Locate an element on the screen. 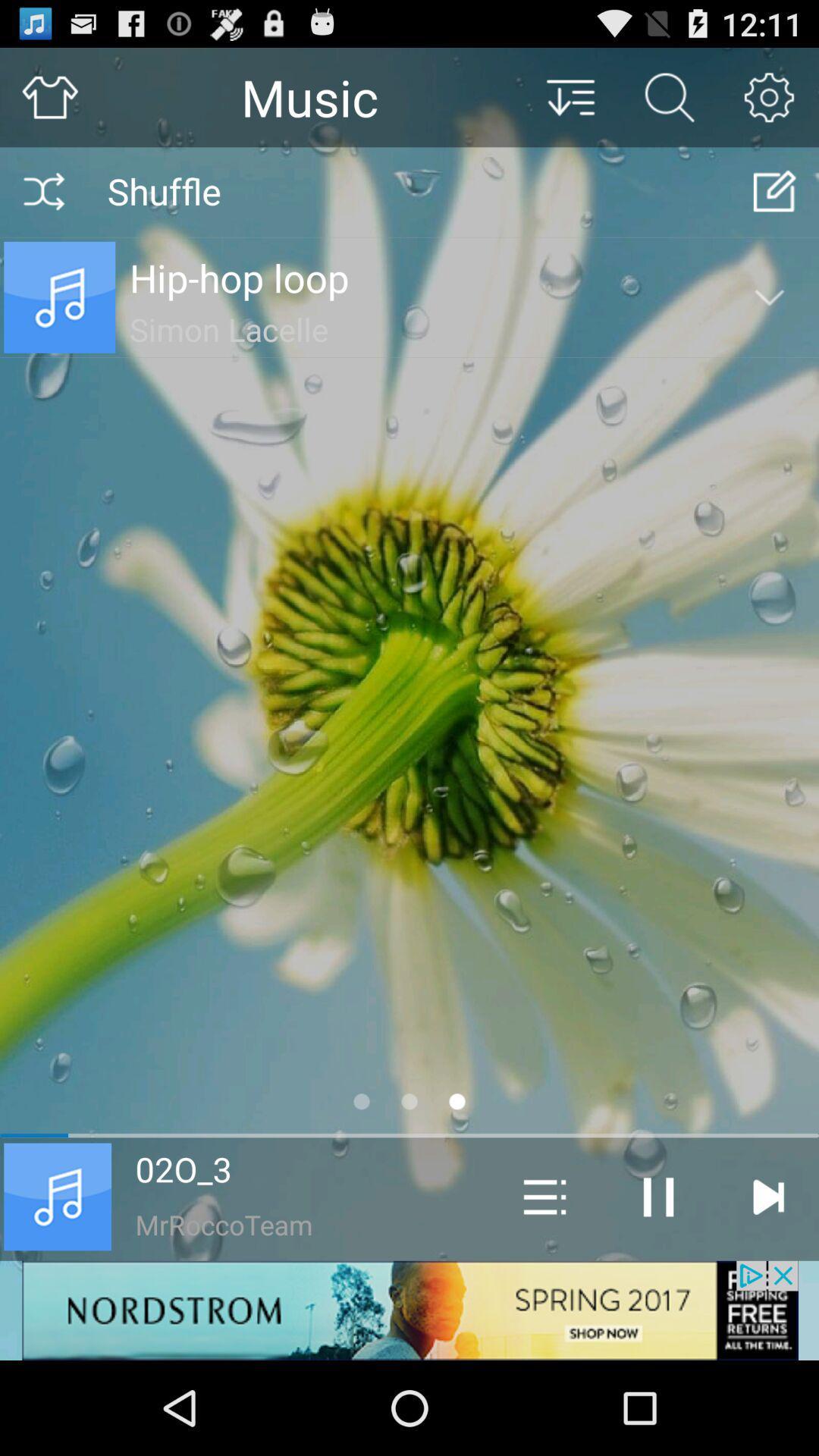 The height and width of the screenshot is (1456, 819). the pause icon is located at coordinates (657, 1280).